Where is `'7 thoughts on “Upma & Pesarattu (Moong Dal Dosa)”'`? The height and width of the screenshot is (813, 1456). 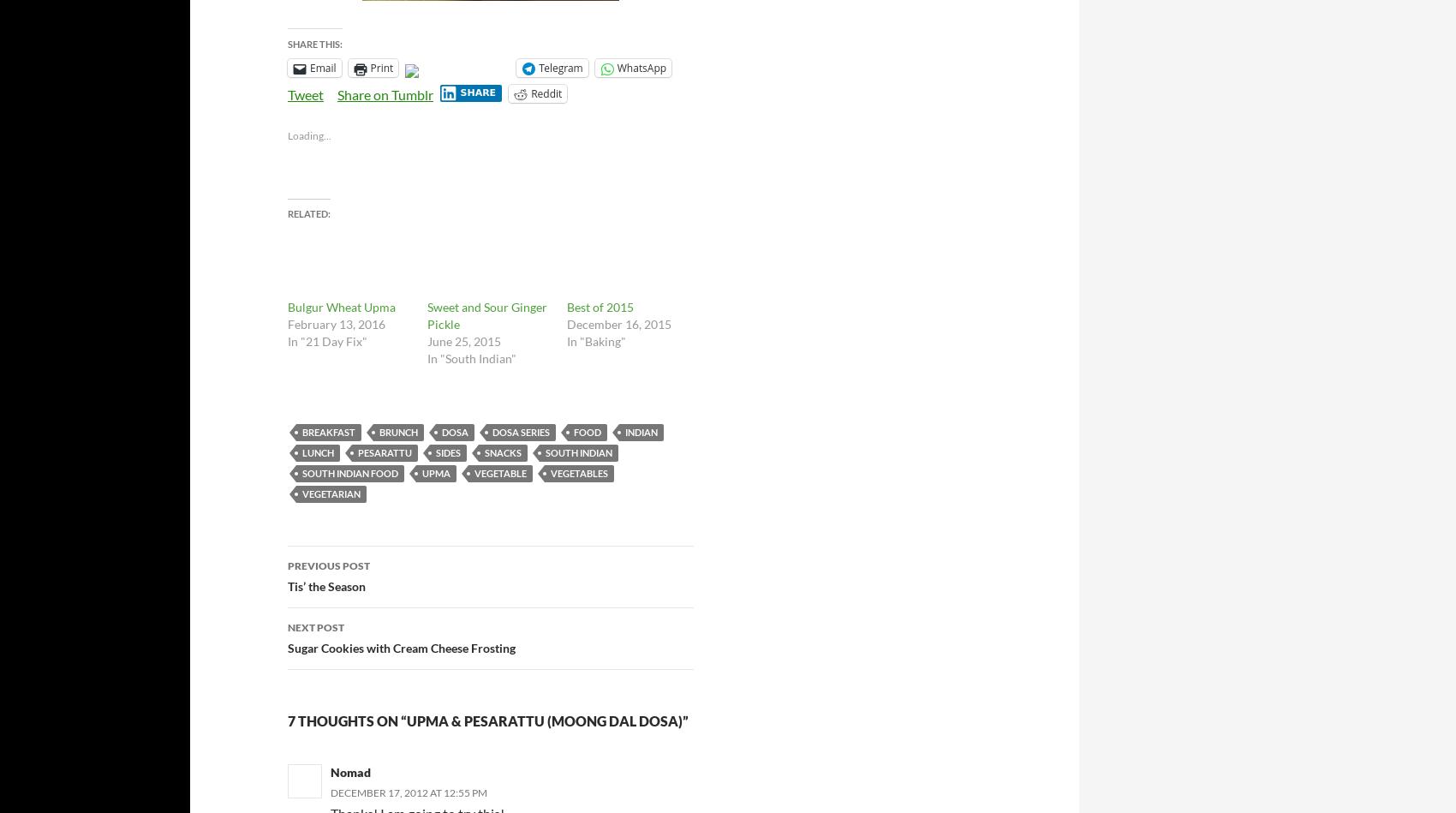
'7 thoughts on “Upma & Pesarattu (Moong Dal Dosa)”' is located at coordinates (487, 719).